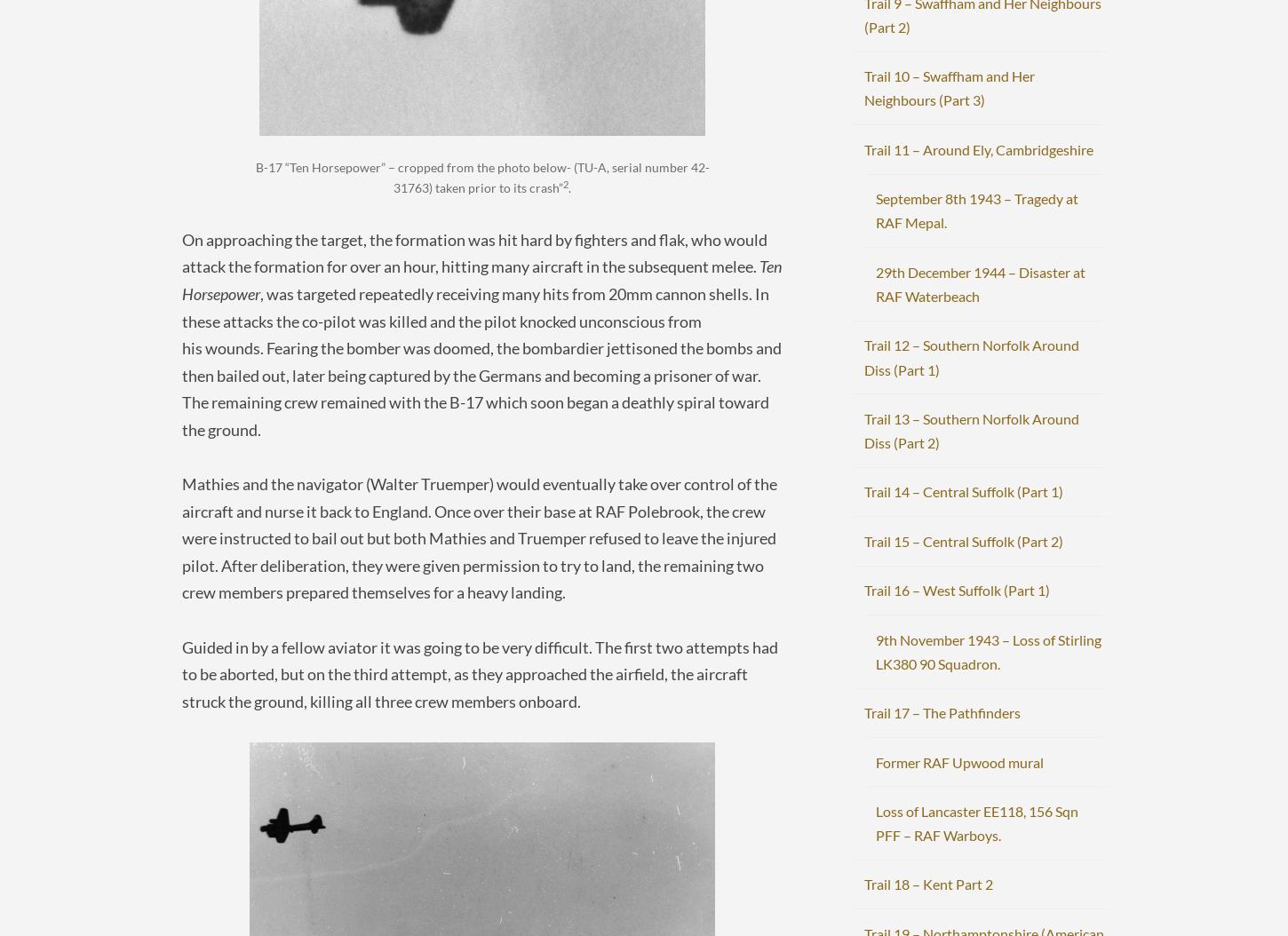  I want to click on 'Former RAF Upwood mural', so click(876, 761).